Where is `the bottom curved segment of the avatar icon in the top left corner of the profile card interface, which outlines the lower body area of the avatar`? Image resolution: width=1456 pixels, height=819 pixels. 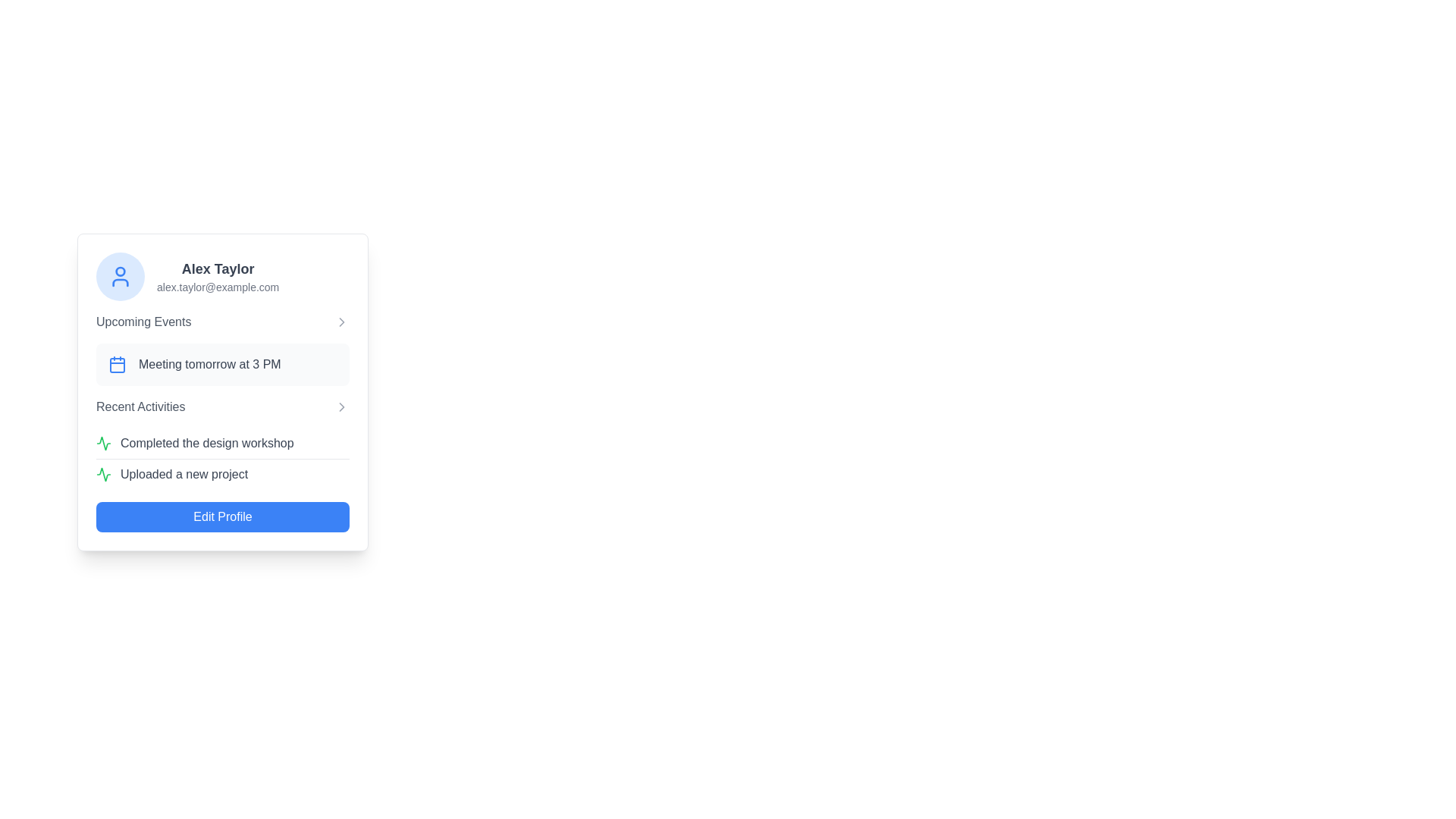
the bottom curved segment of the avatar icon in the top left corner of the profile card interface, which outlines the lower body area of the avatar is located at coordinates (119, 283).